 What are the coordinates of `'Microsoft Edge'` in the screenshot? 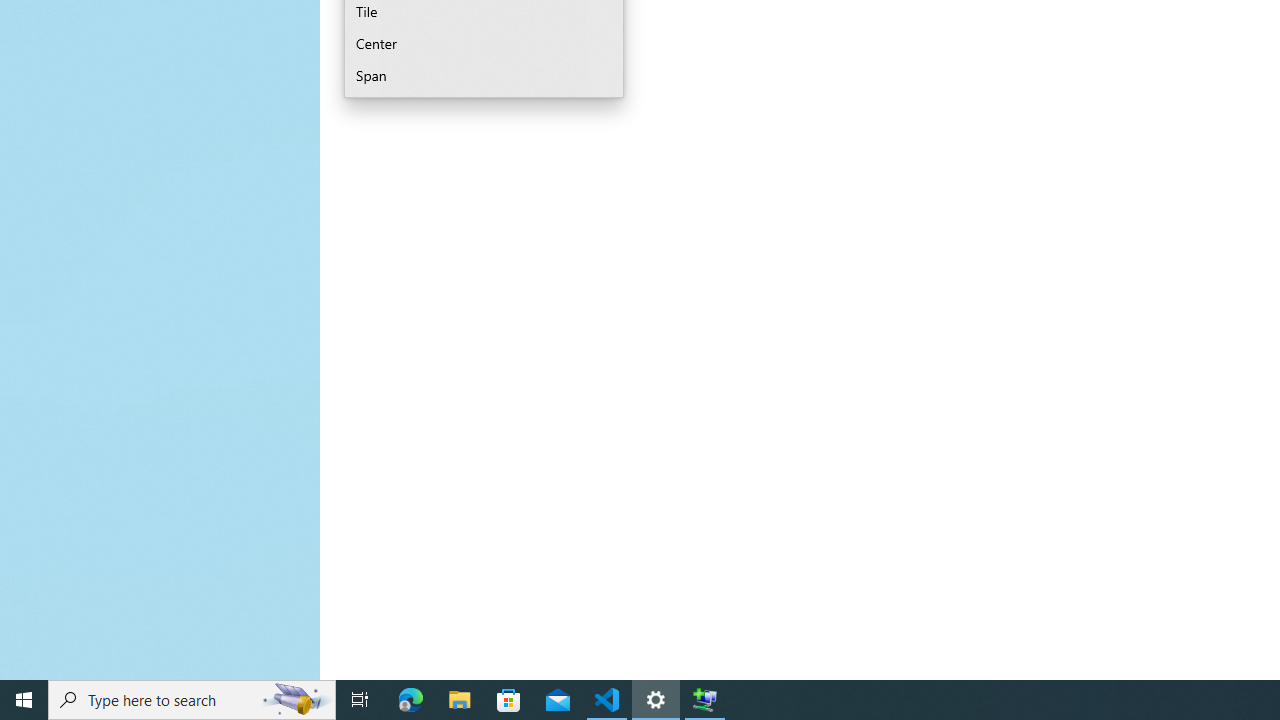 It's located at (410, 698).